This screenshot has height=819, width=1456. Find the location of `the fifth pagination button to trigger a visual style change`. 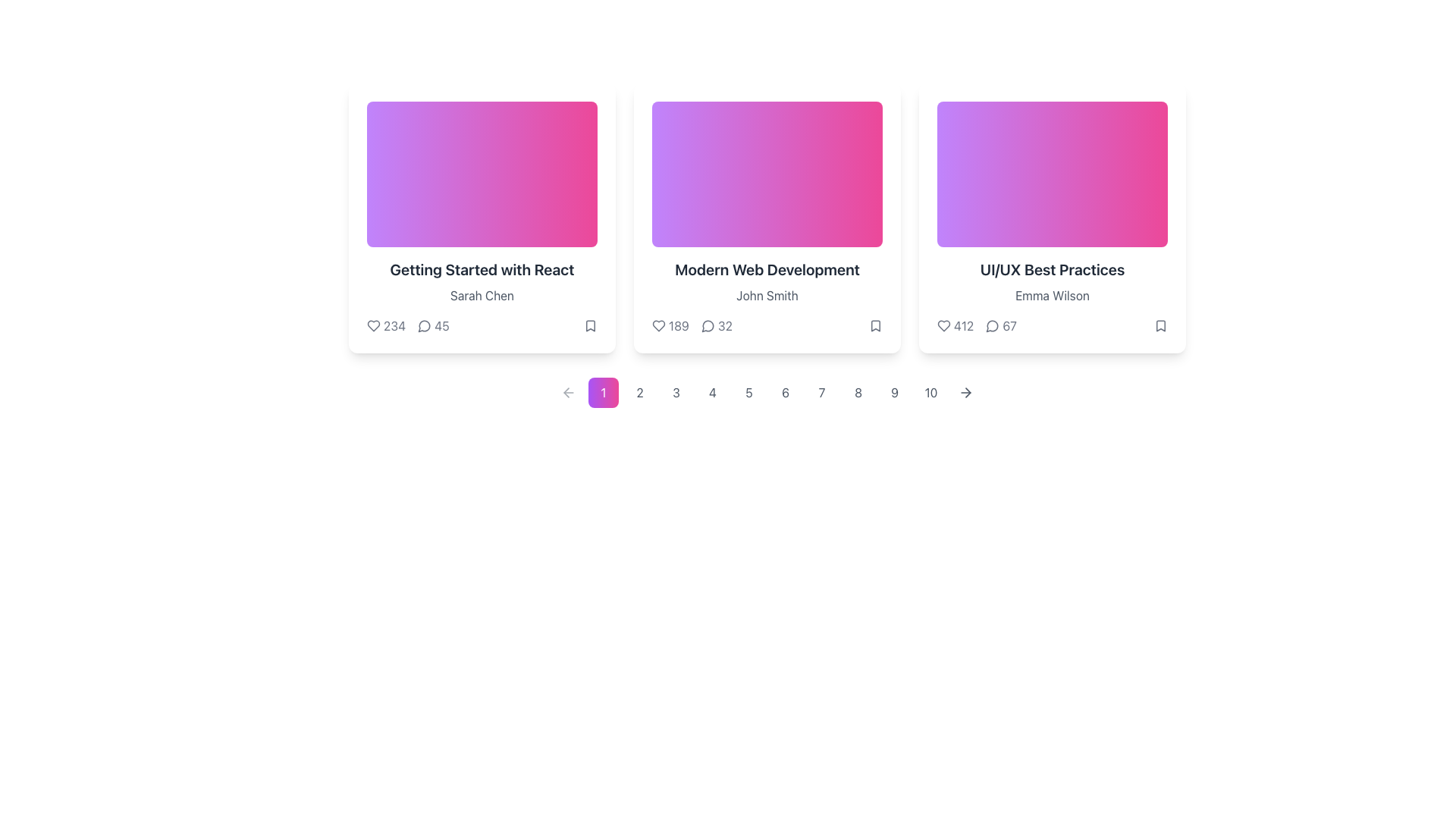

the fifth pagination button to trigger a visual style change is located at coordinates (749, 391).